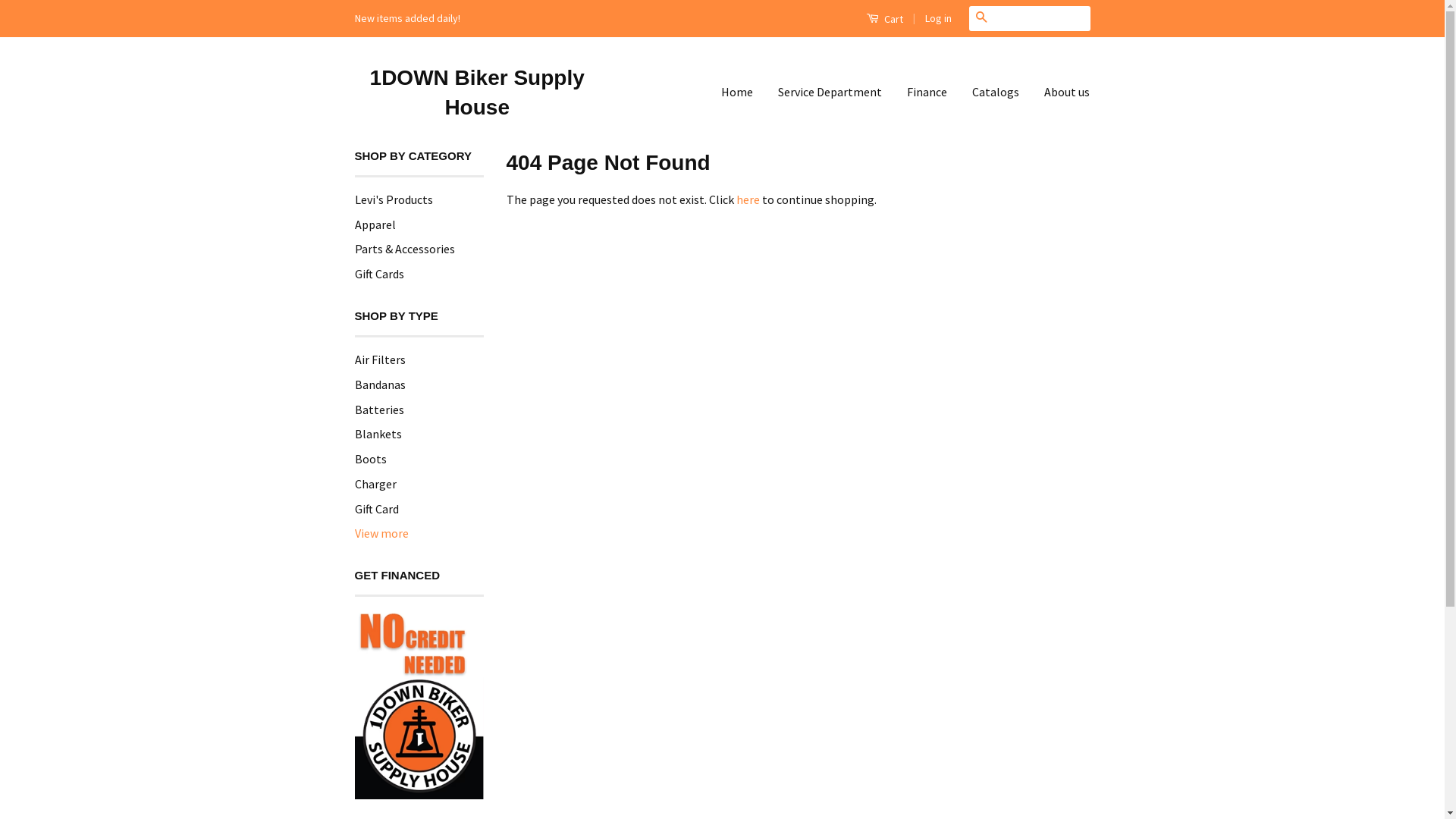 Image resolution: width=1456 pixels, height=819 pixels. I want to click on 'Catalogs', so click(960, 92).